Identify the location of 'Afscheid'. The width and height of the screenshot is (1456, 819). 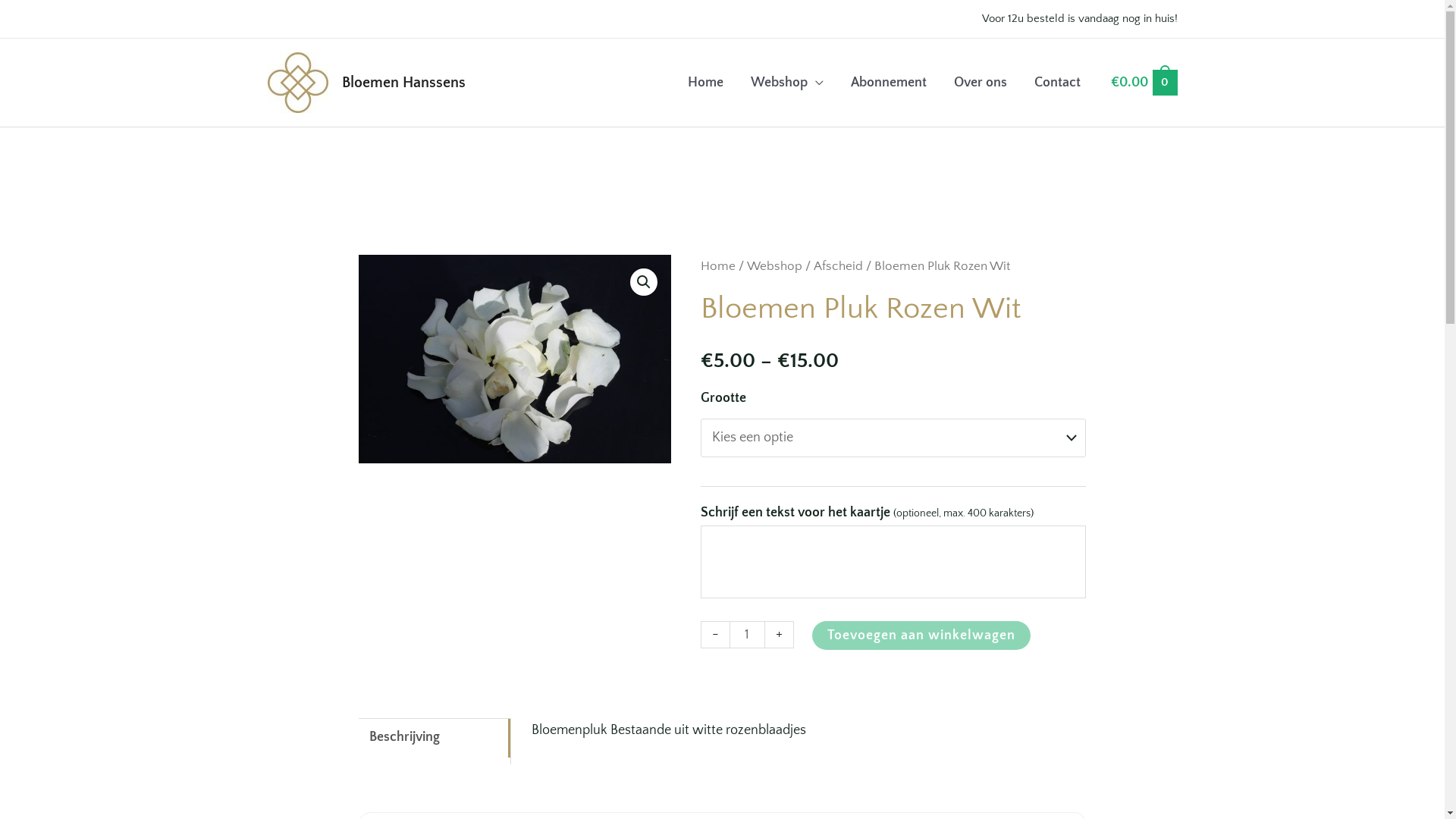
(813, 265).